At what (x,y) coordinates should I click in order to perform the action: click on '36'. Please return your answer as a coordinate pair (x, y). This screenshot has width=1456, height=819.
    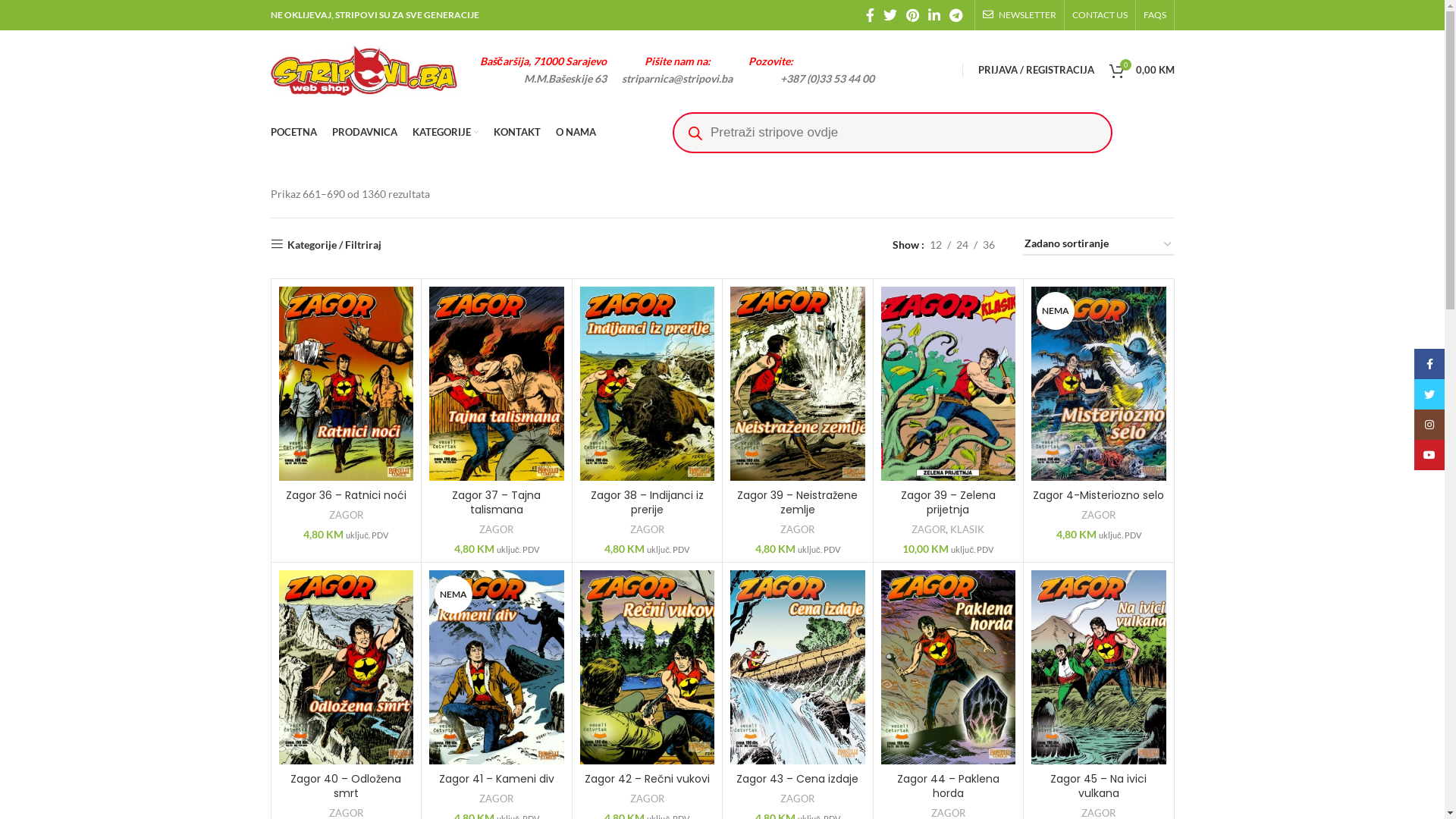
    Looking at the image, I should click on (987, 244).